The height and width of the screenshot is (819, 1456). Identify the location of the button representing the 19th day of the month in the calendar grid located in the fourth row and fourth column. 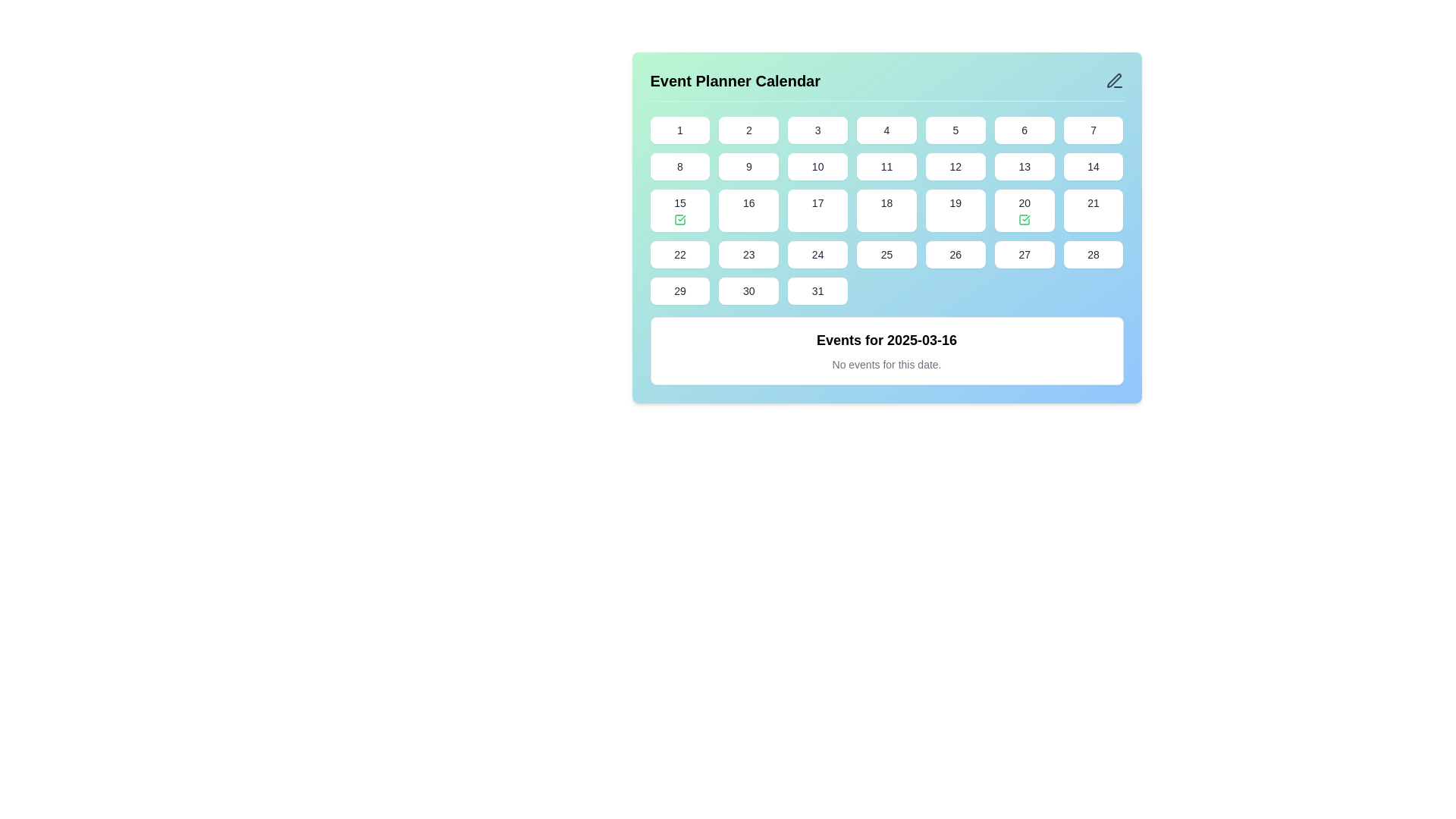
(955, 210).